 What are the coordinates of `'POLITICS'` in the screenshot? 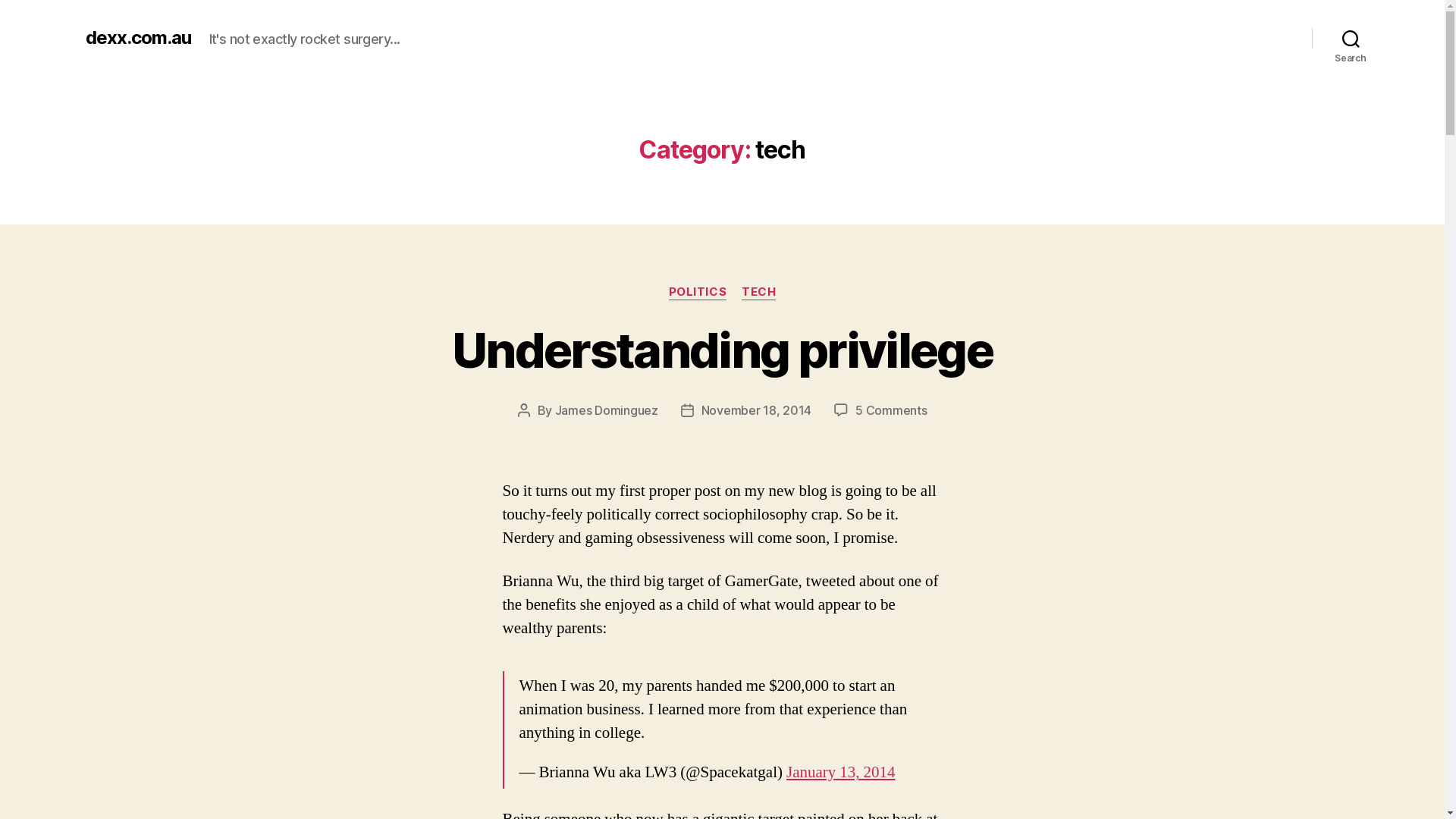 It's located at (697, 292).